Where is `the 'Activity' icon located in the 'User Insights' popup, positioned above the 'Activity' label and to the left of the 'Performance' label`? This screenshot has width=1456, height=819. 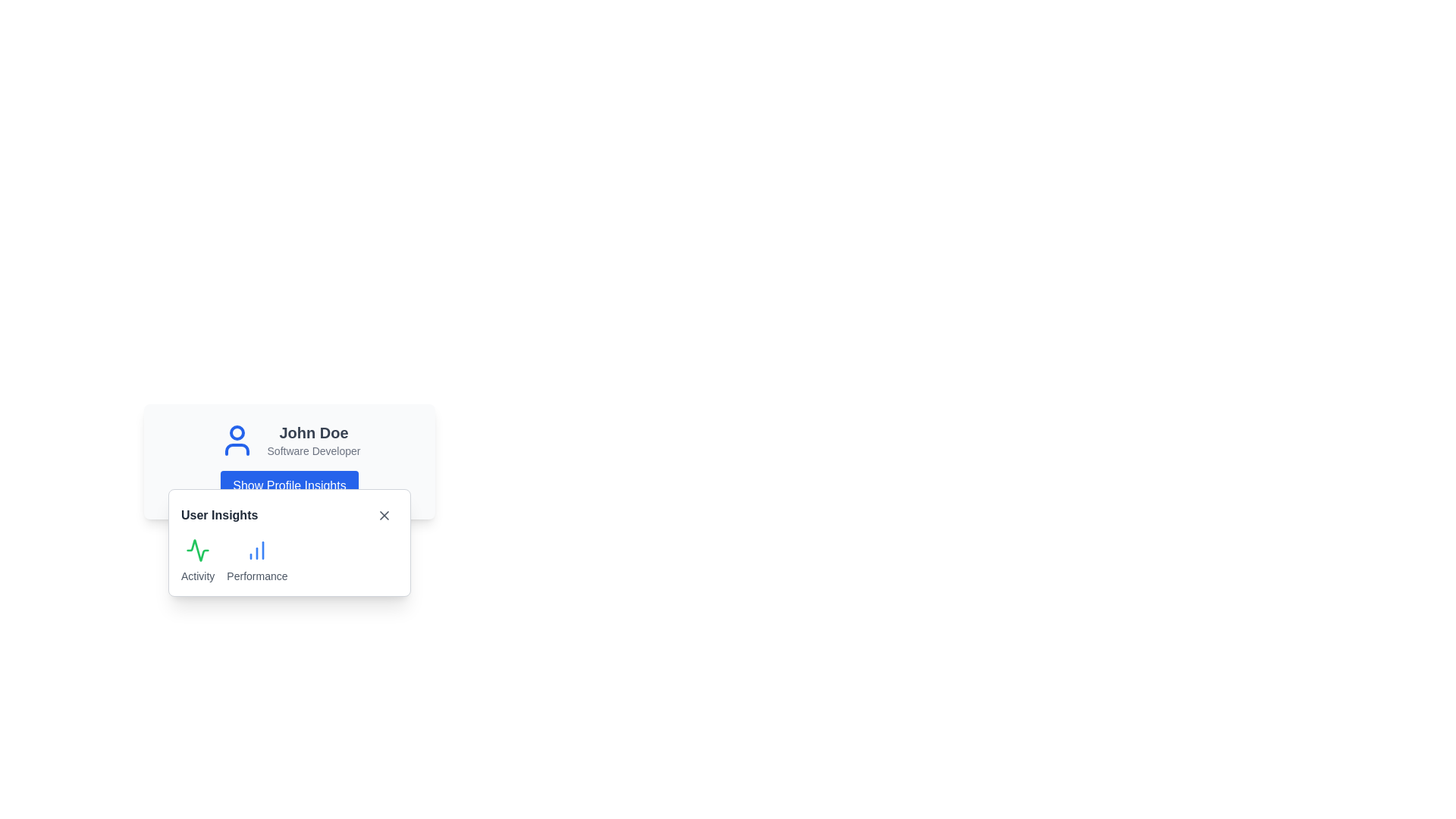 the 'Activity' icon located in the 'User Insights' popup, positioned above the 'Activity' label and to the left of the 'Performance' label is located at coordinates (197, 550).